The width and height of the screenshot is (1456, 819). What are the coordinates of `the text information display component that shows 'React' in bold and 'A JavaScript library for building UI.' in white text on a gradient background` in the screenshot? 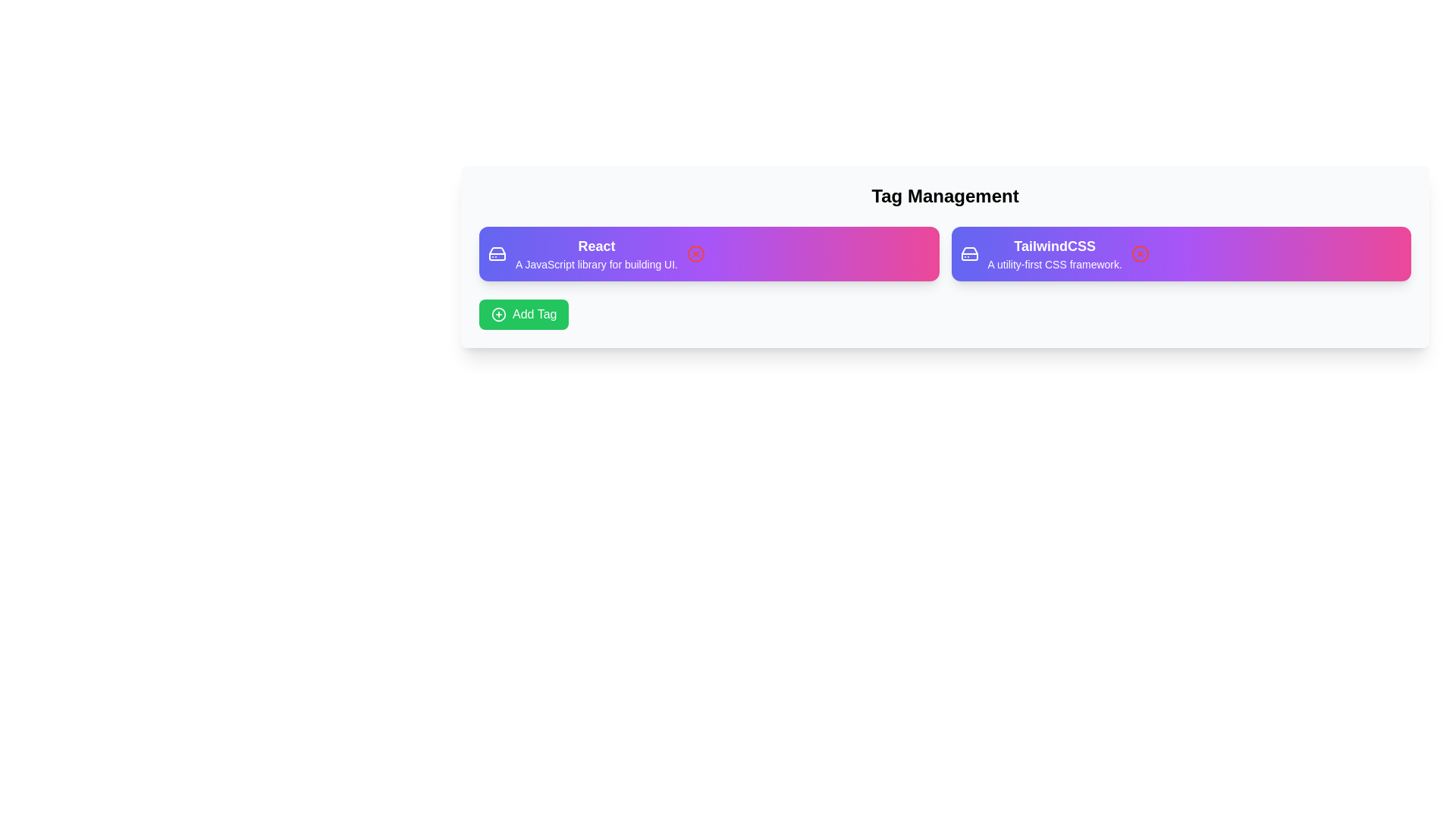 It's located at (596, 253).